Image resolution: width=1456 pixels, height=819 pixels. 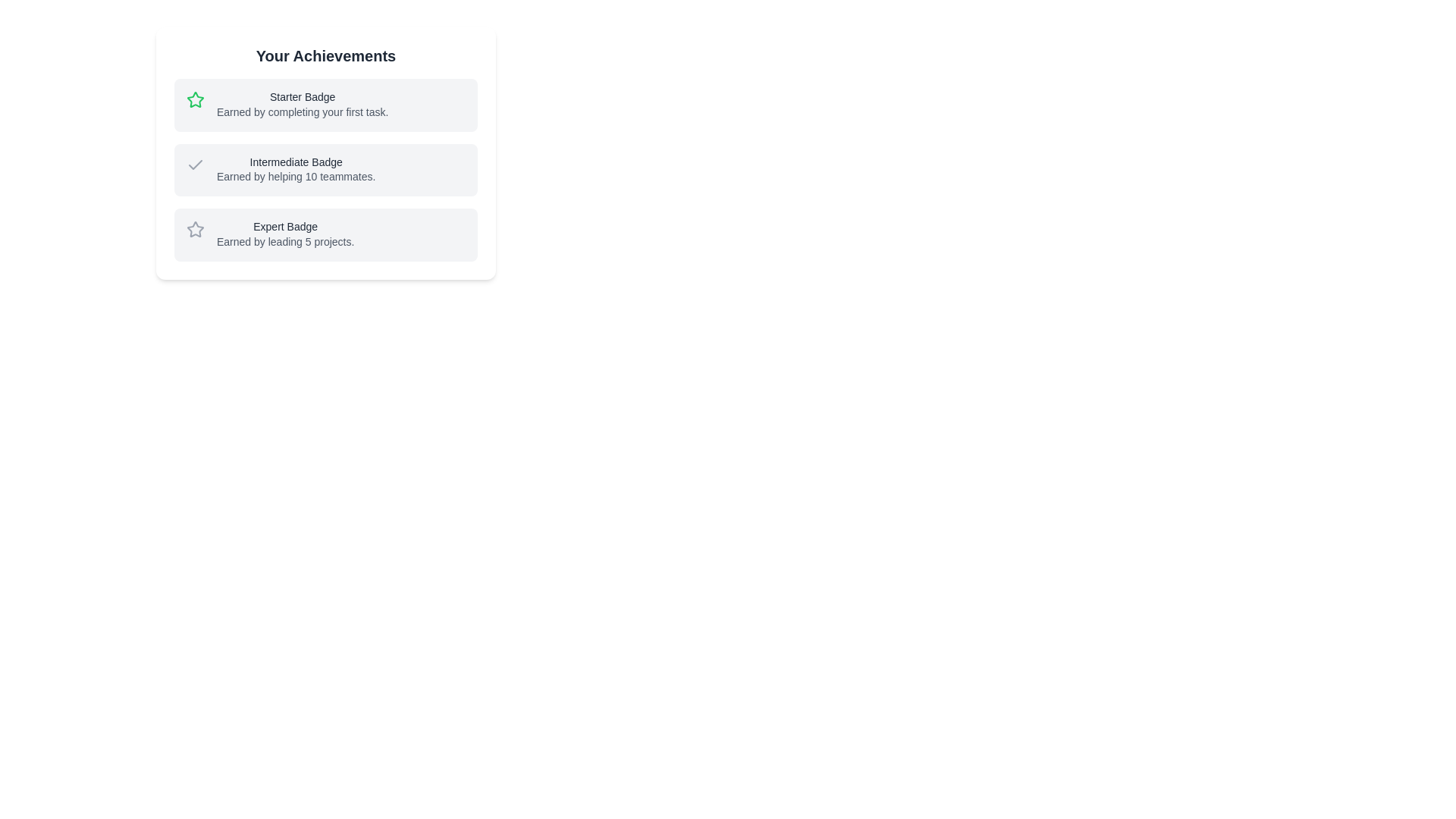 I want to click on the descriptive text element that explains how the 'Intermediate Badge' is earned, located as the second line under the 'Intermediate Badge' in the 'Your Achievements' section, so click(x=296, y=175).